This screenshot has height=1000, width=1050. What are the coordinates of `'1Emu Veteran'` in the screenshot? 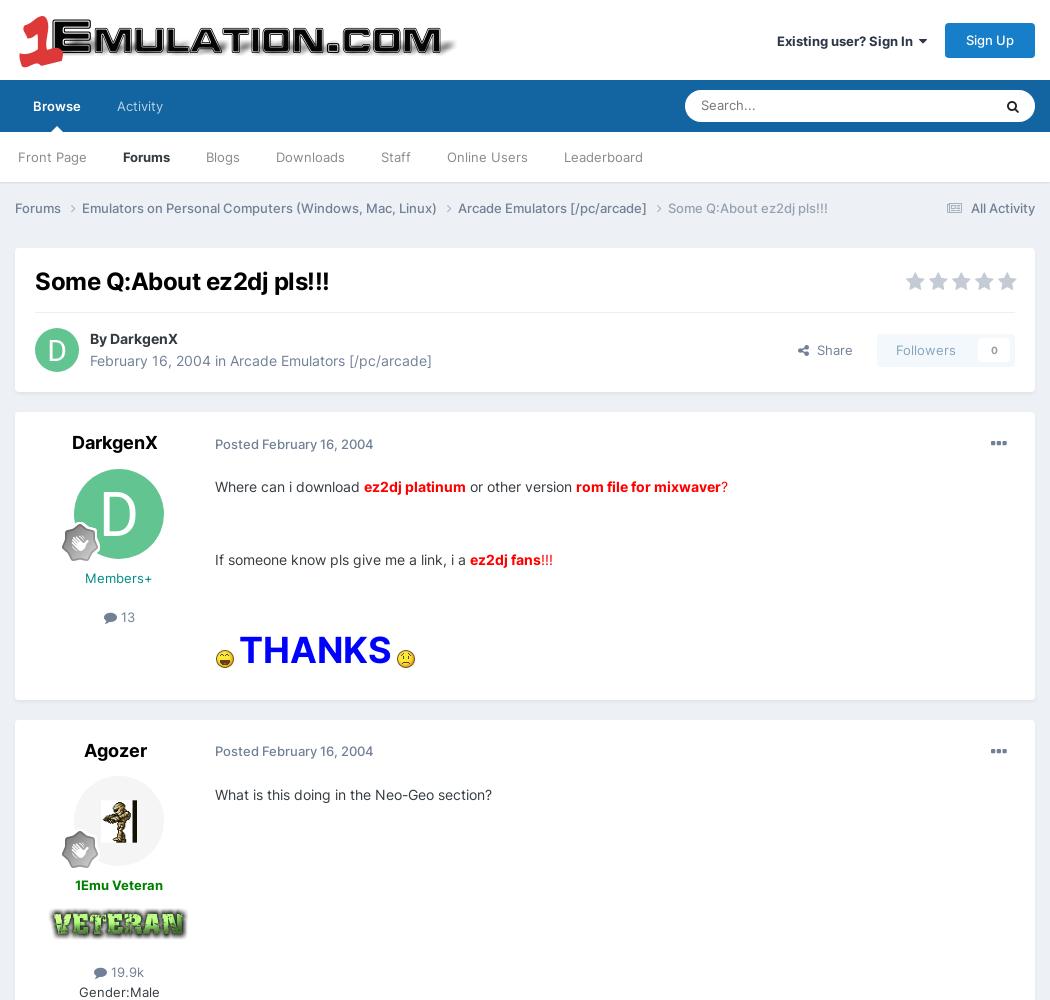 It's located at (117, 884).